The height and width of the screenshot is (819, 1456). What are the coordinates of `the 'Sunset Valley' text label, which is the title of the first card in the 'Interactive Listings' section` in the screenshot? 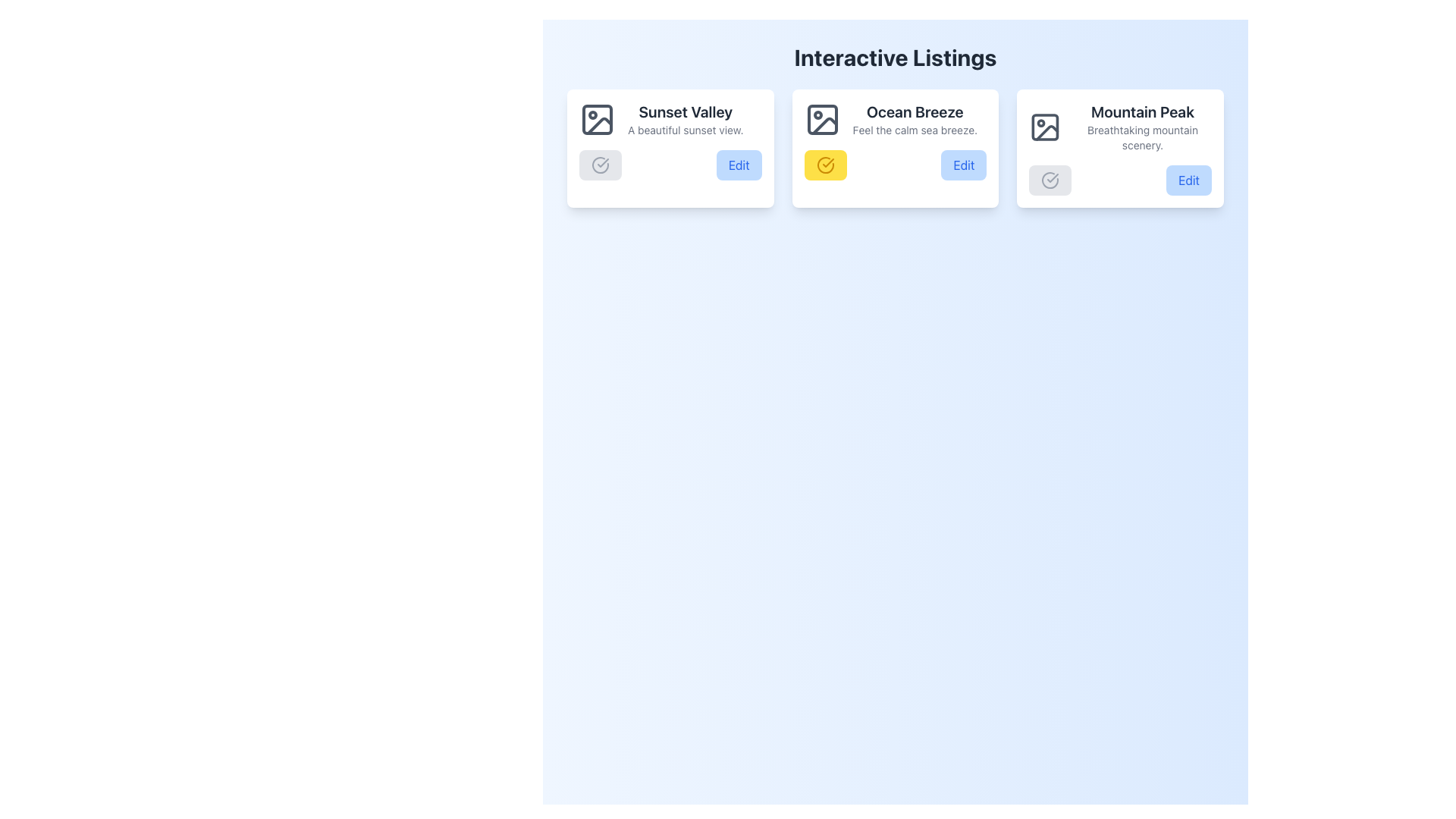 It's located at (685, 111).